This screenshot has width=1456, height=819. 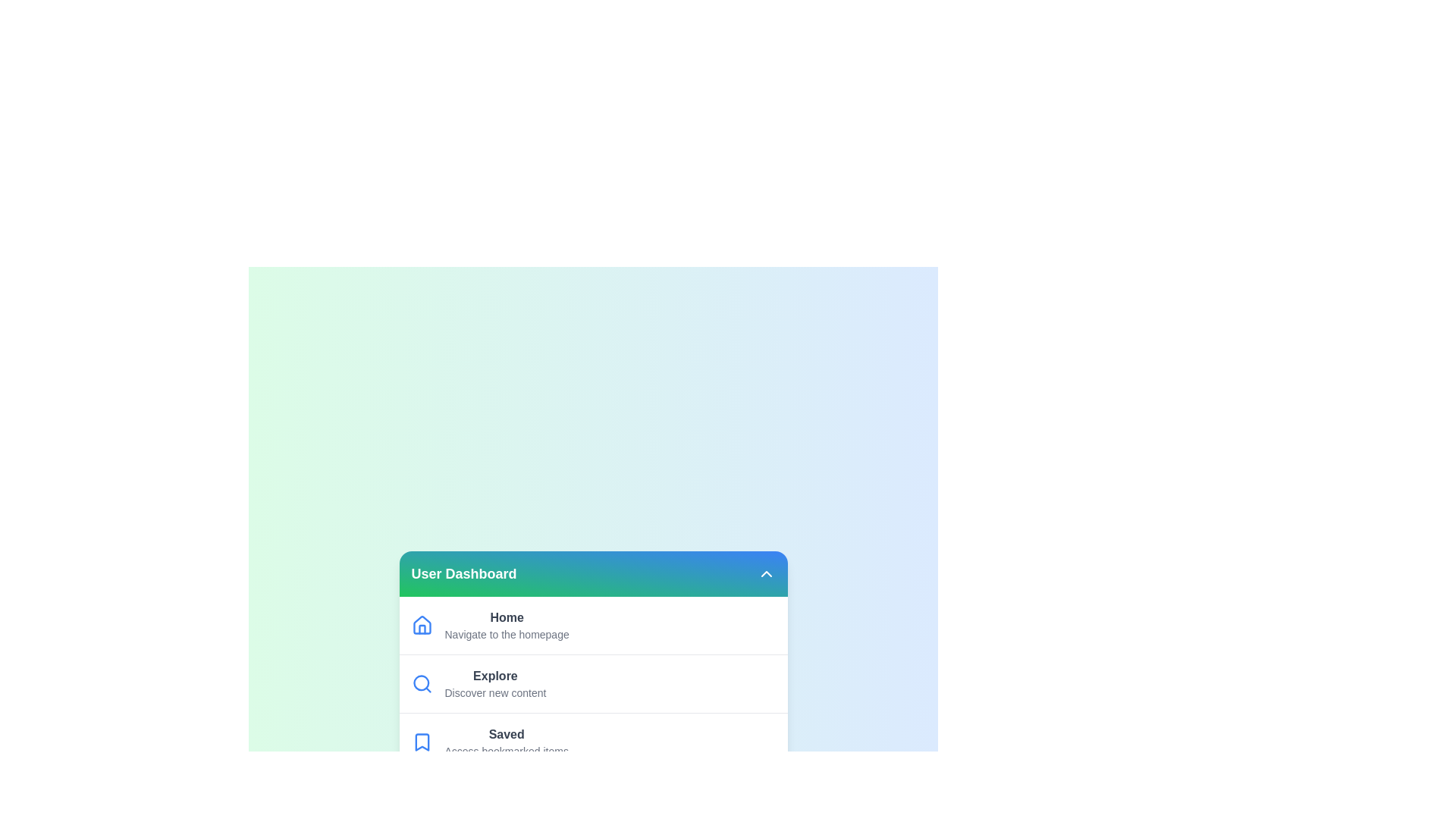 I want to click on the menu item Home to reveal its hover effect, so click(x=592, y=626).